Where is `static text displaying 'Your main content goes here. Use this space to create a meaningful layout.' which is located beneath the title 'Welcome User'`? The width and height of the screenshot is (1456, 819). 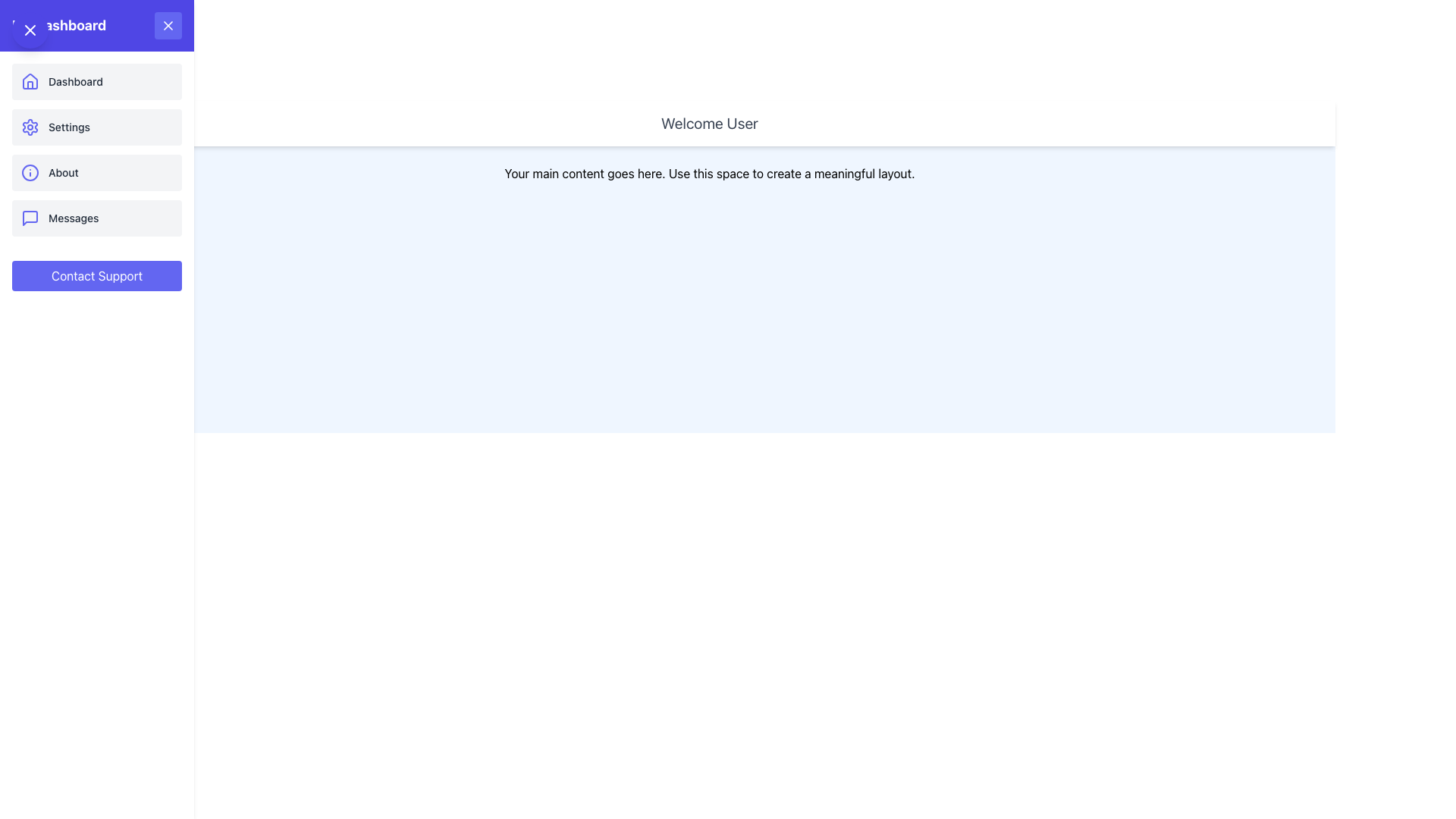 static text displaying 'Your main content goes here. Use this space to create a meaningful layout.' which is located beneath the title 'Welcome User' is located at coordinates (709, 172).